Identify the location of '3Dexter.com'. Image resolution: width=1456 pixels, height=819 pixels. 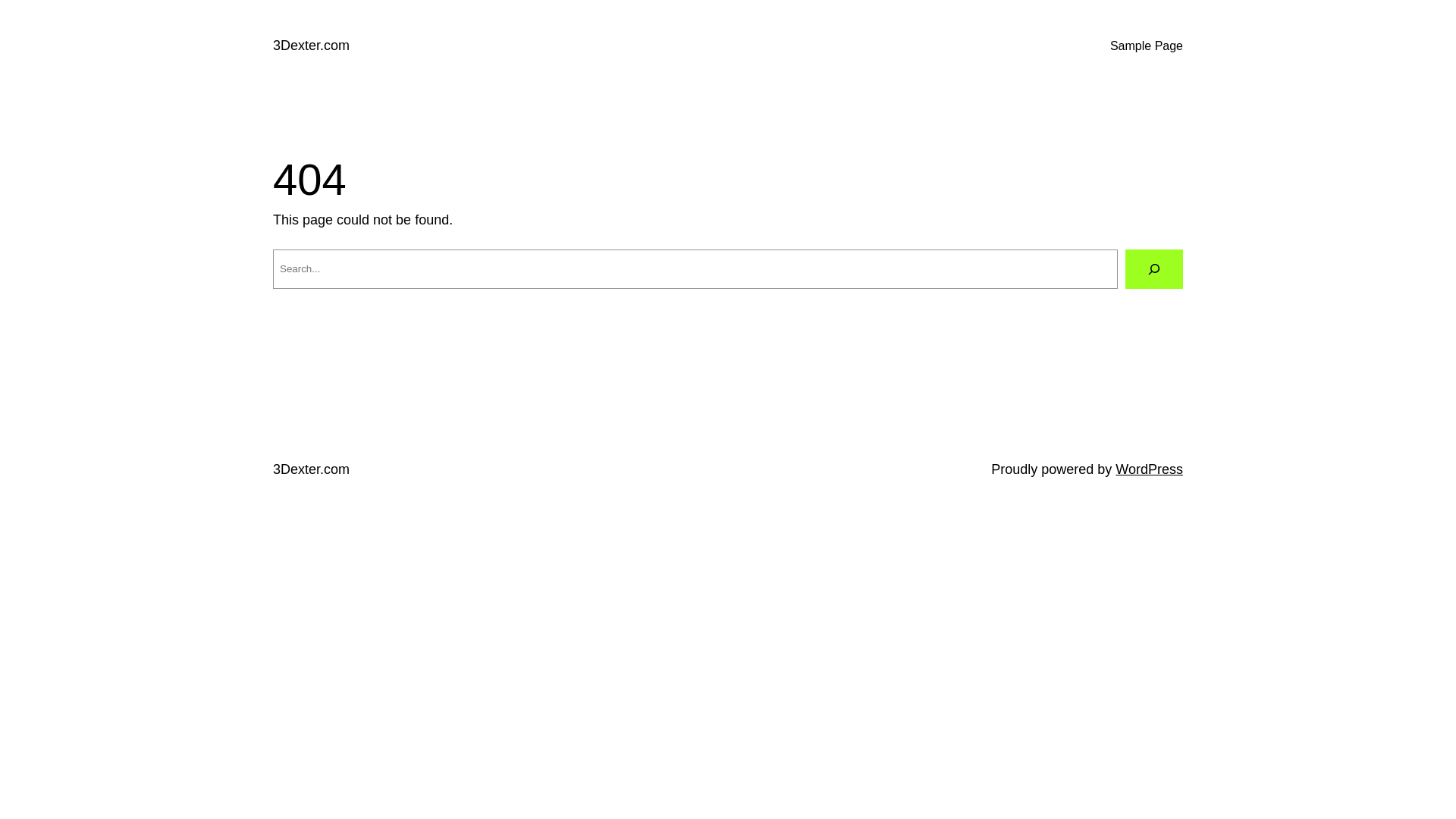
(273, 468).